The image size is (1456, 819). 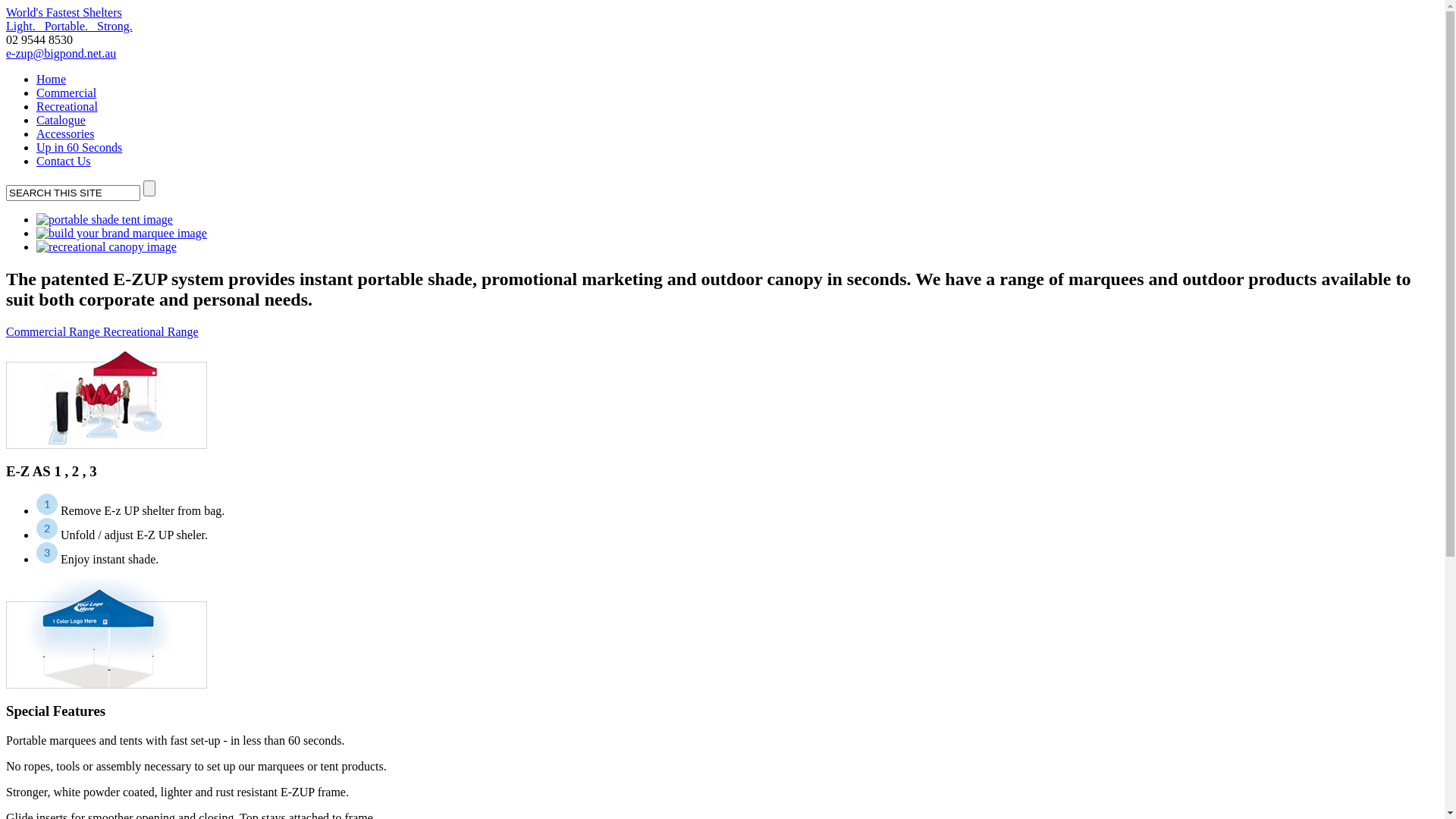 I want to click on 'SEARCH THIS SITE', so click(x=72, y=192).